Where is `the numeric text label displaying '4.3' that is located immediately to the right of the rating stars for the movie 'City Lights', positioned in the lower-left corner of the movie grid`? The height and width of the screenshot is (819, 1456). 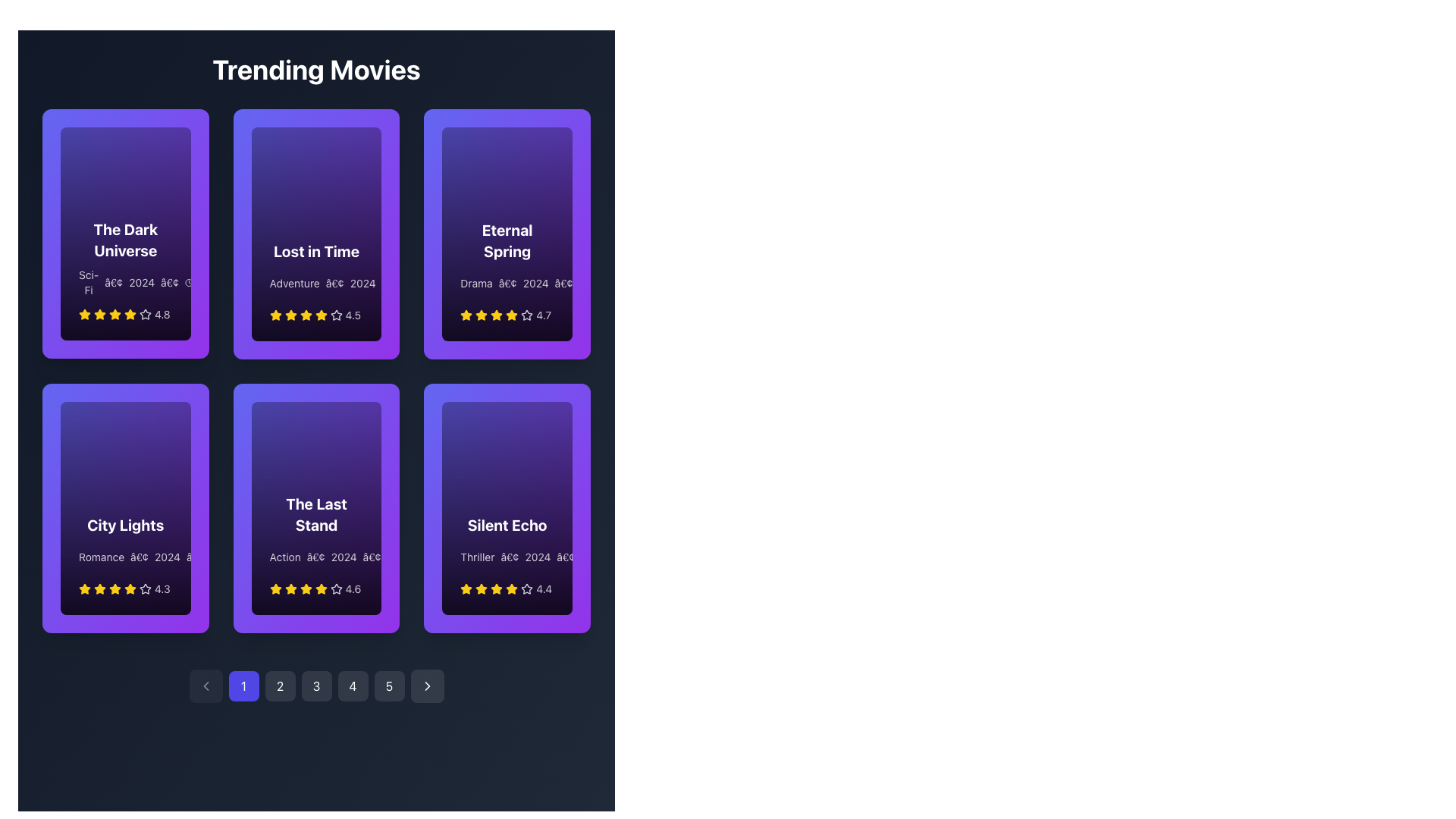 the numeric text label displaying '4.3' that is located immediately to the right of the rating stars for the movie 'City Lights', positioned in the lower-left corner of the movie grid is located at coordinates (162, 588).